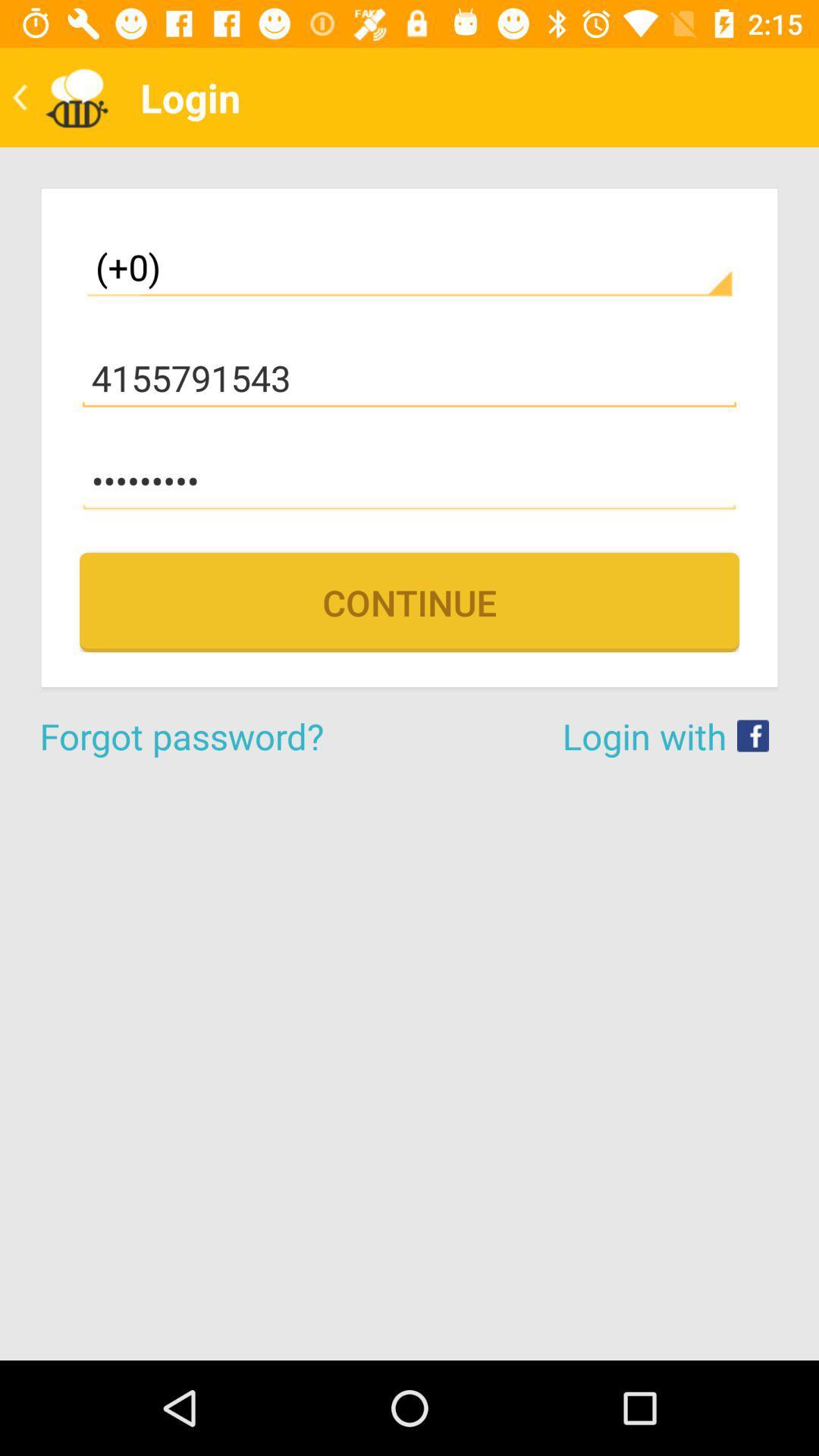 This screenshot has width=819, height=1456. Describe the element at coordinates (409, 267) in the screenshot. I see `the (+0) icon` at that location.